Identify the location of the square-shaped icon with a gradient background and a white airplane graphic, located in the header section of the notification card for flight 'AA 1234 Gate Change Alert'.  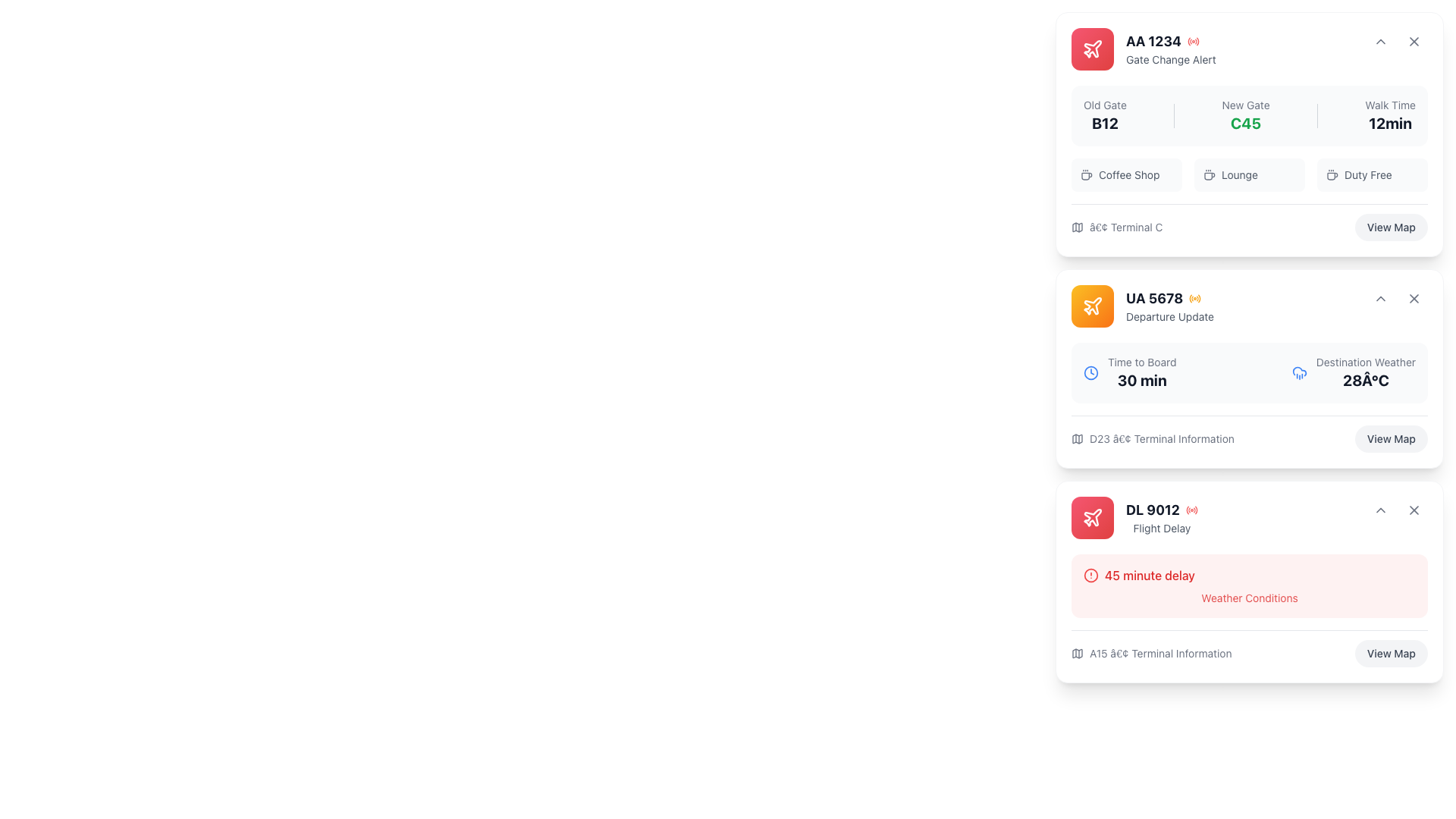
(1092, 49).